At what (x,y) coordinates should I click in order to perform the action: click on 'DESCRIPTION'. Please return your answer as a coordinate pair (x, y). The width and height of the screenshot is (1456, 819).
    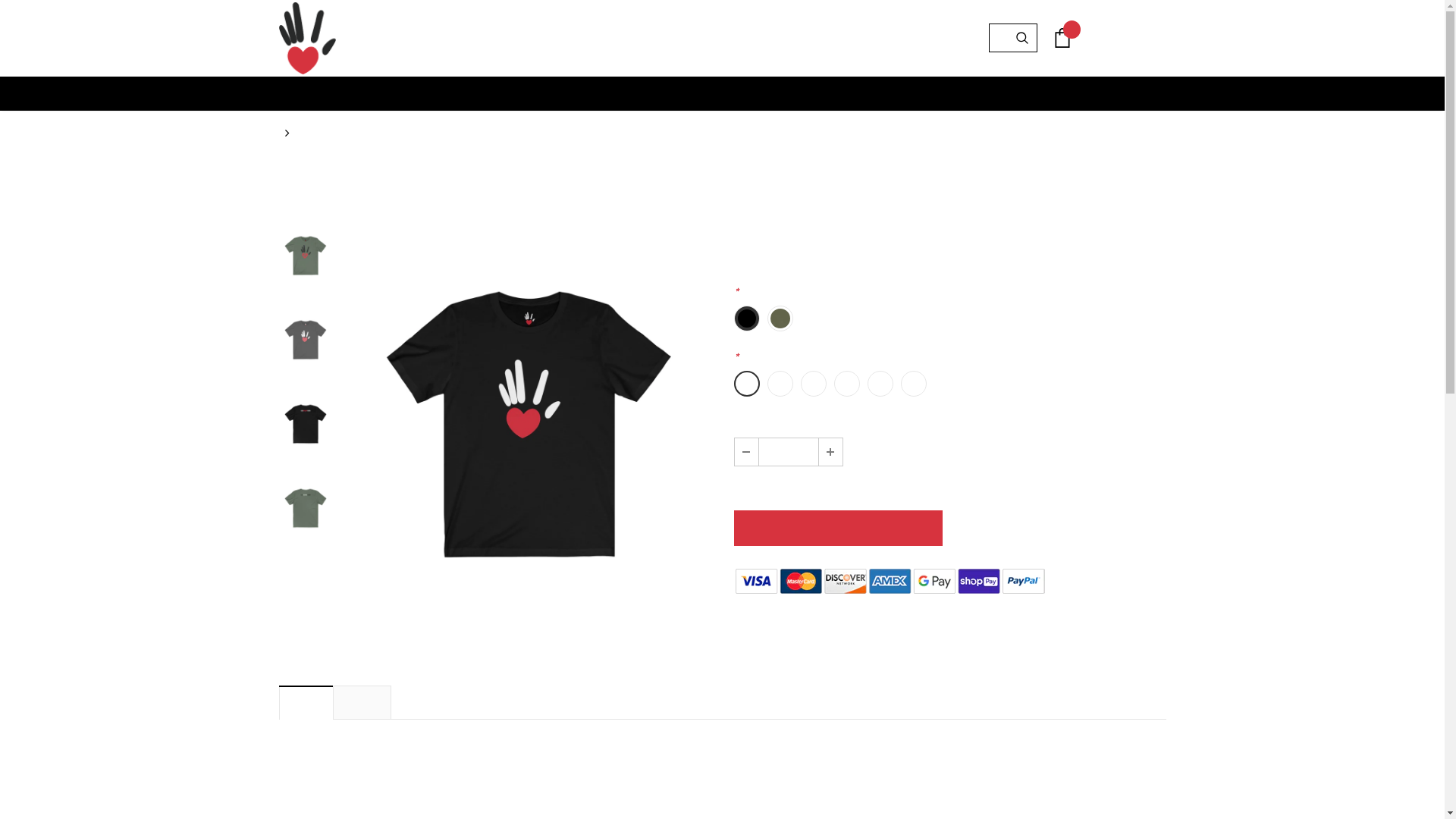
    Looking at the image, I should click on (306, 701).